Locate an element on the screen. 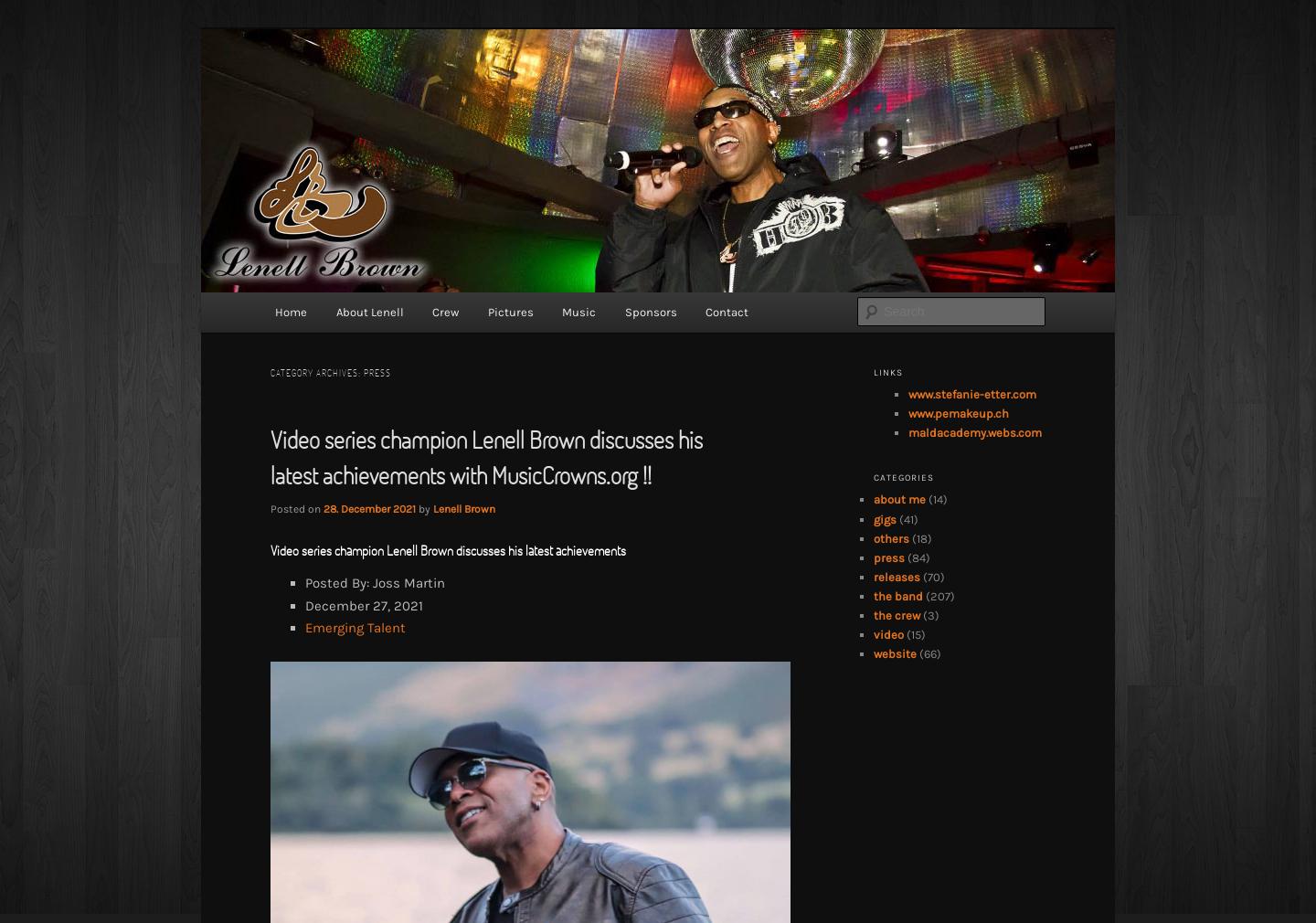 This screenshot has width=1316, height=923. 'www.stefanie-etter.com' is located at coordinates (971, 393).